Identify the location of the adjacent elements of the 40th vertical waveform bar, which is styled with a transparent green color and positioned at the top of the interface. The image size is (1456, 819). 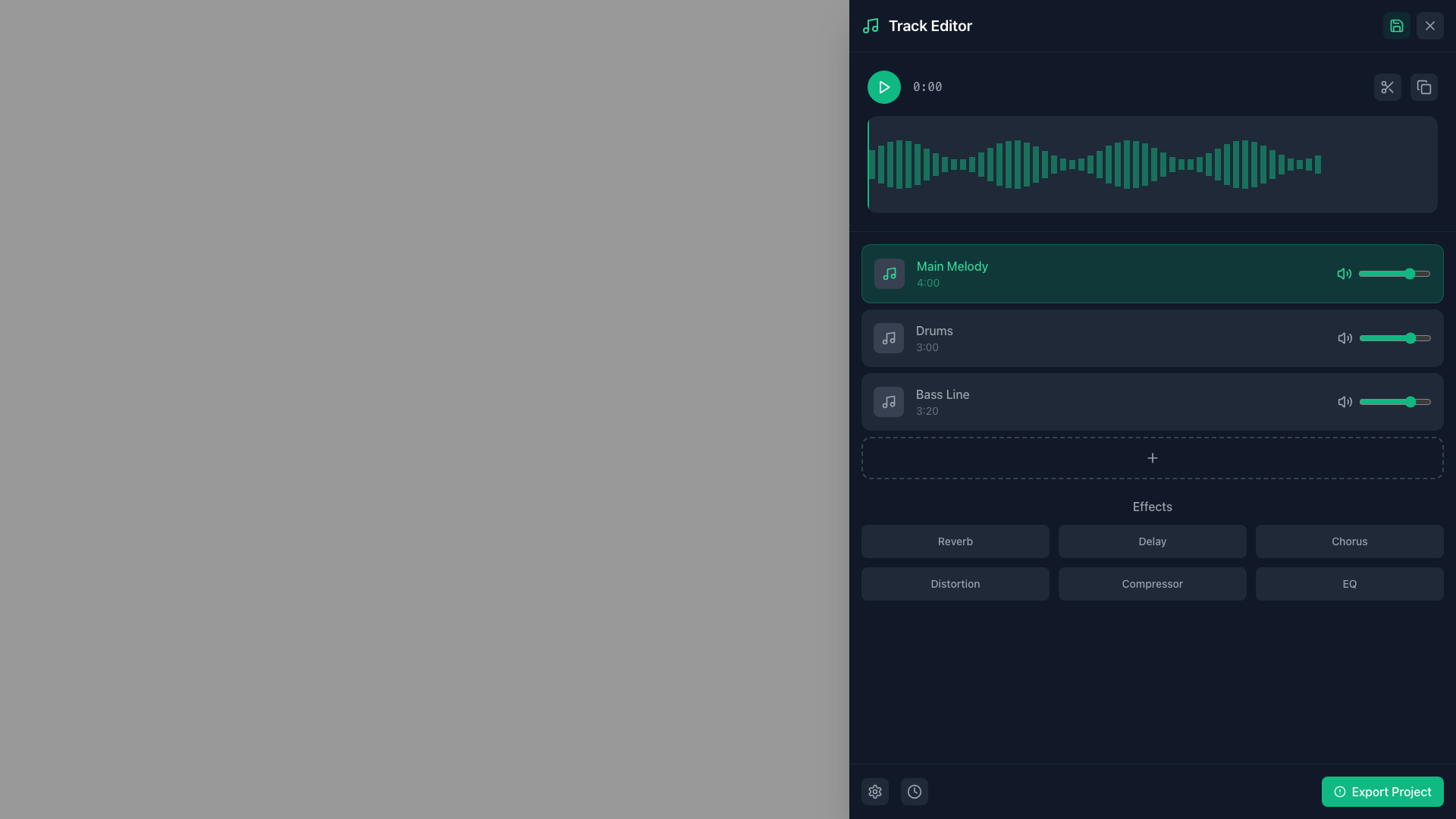
(1199, 164).